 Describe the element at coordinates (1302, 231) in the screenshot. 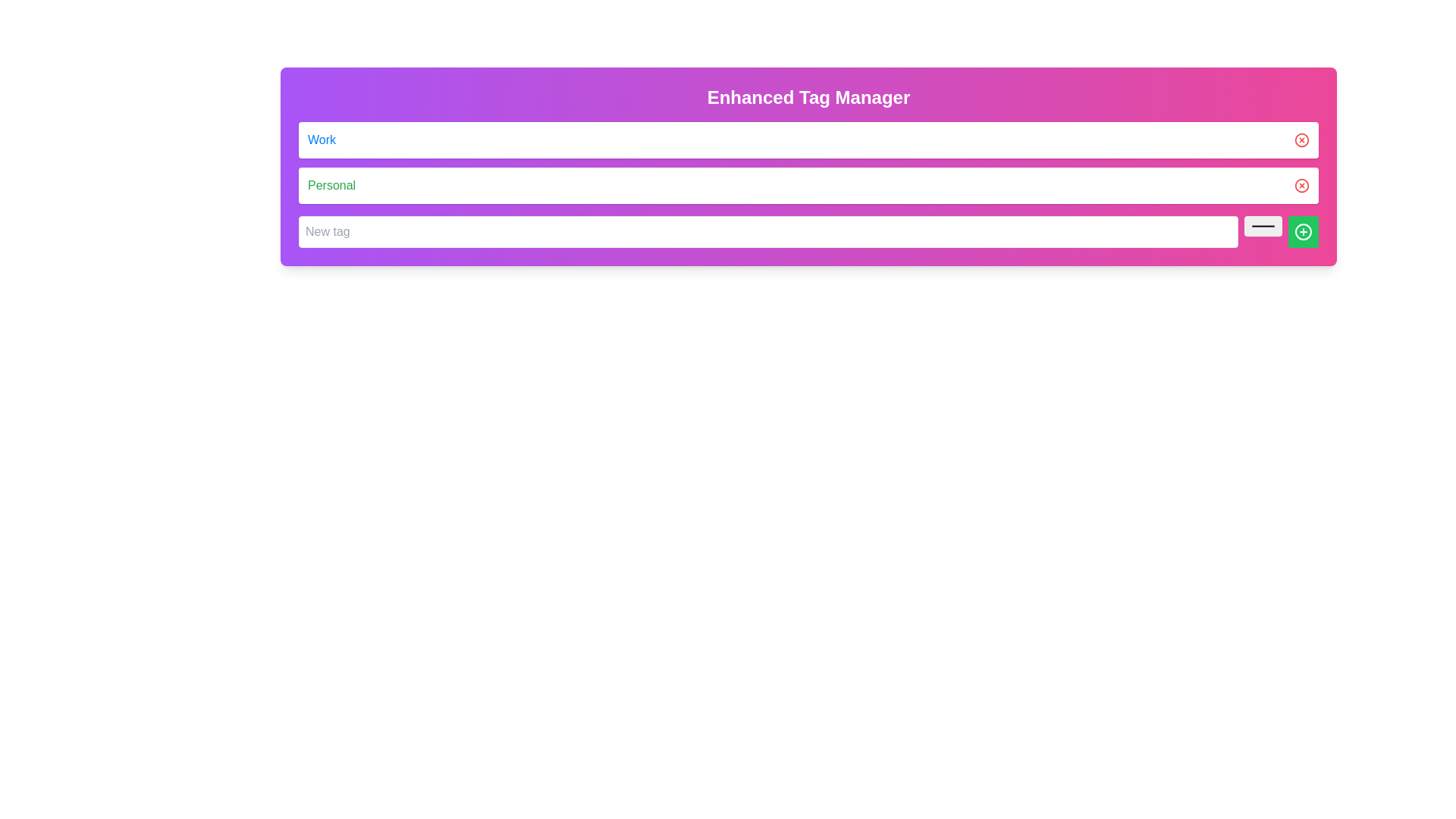

I see `the green circular button with a white plus icon` at that location.